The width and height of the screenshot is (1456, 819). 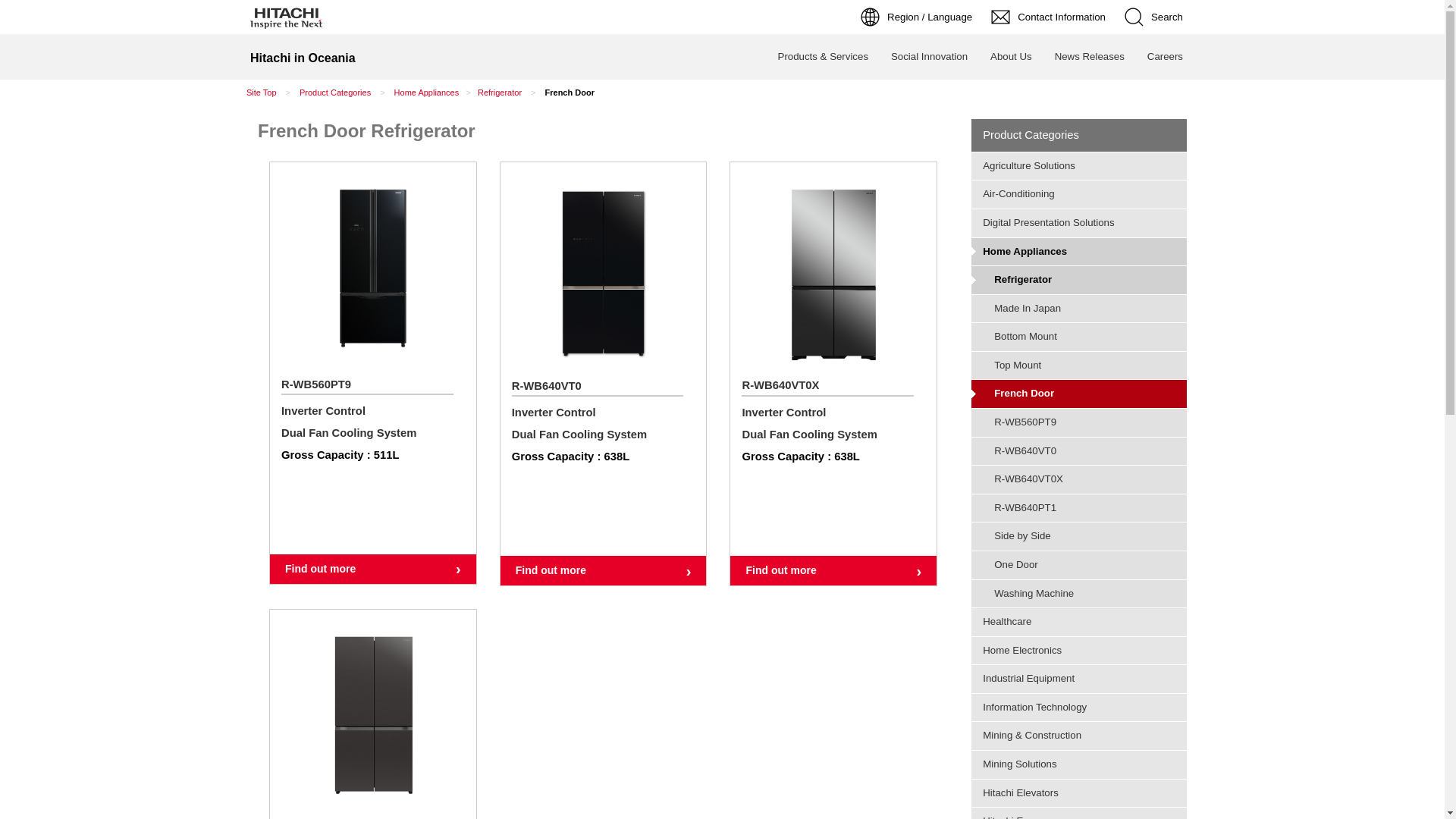 I want to click on 'Social Innovation', so click(x=928, y=55).